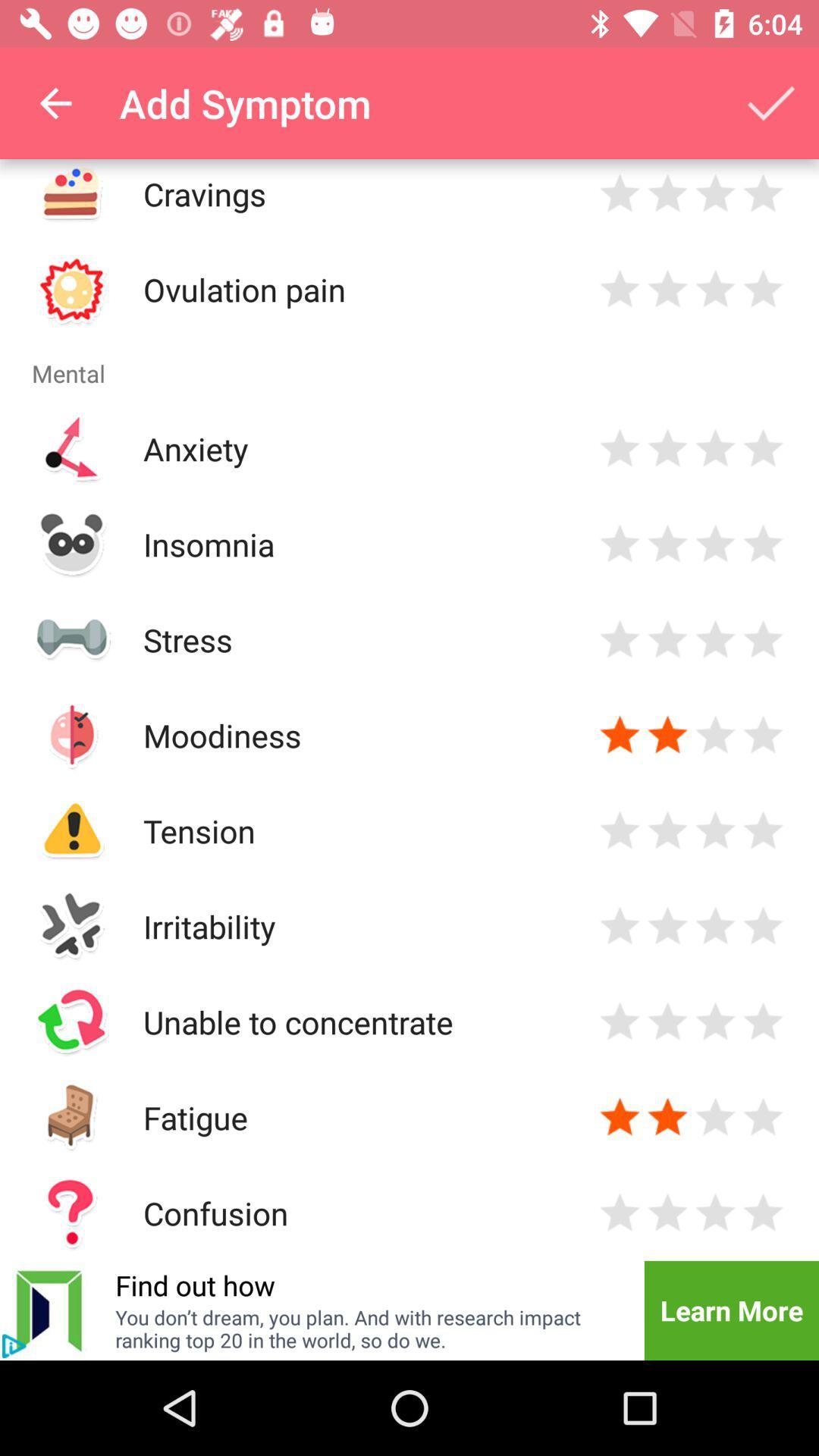 The height and width of the screenshot is (1456, 819). I want to click on give a four star rating, so click(763, 1212).